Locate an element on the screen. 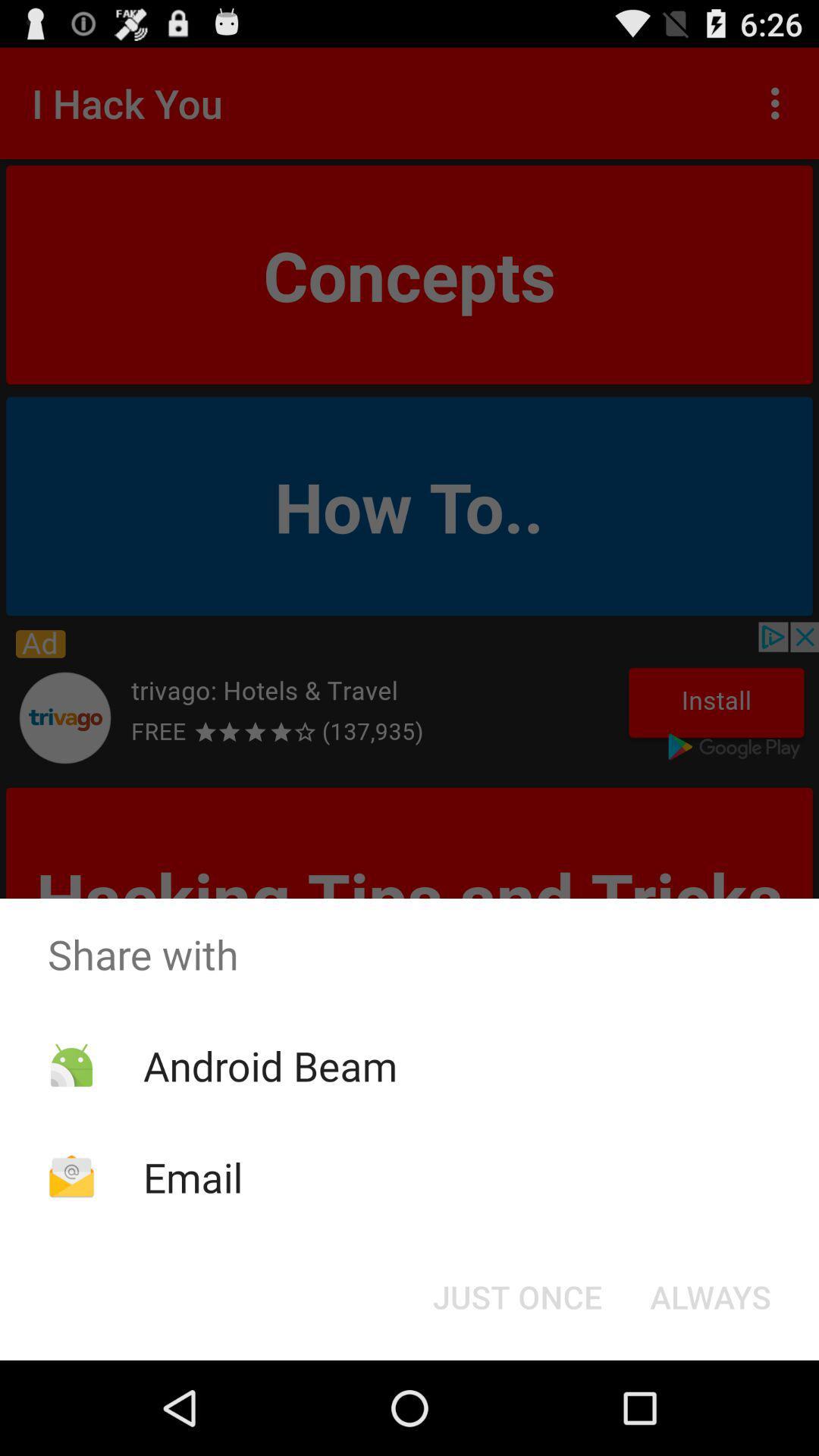 The image size is (819, 1456). just once item is located at coordinates (516, 1295).